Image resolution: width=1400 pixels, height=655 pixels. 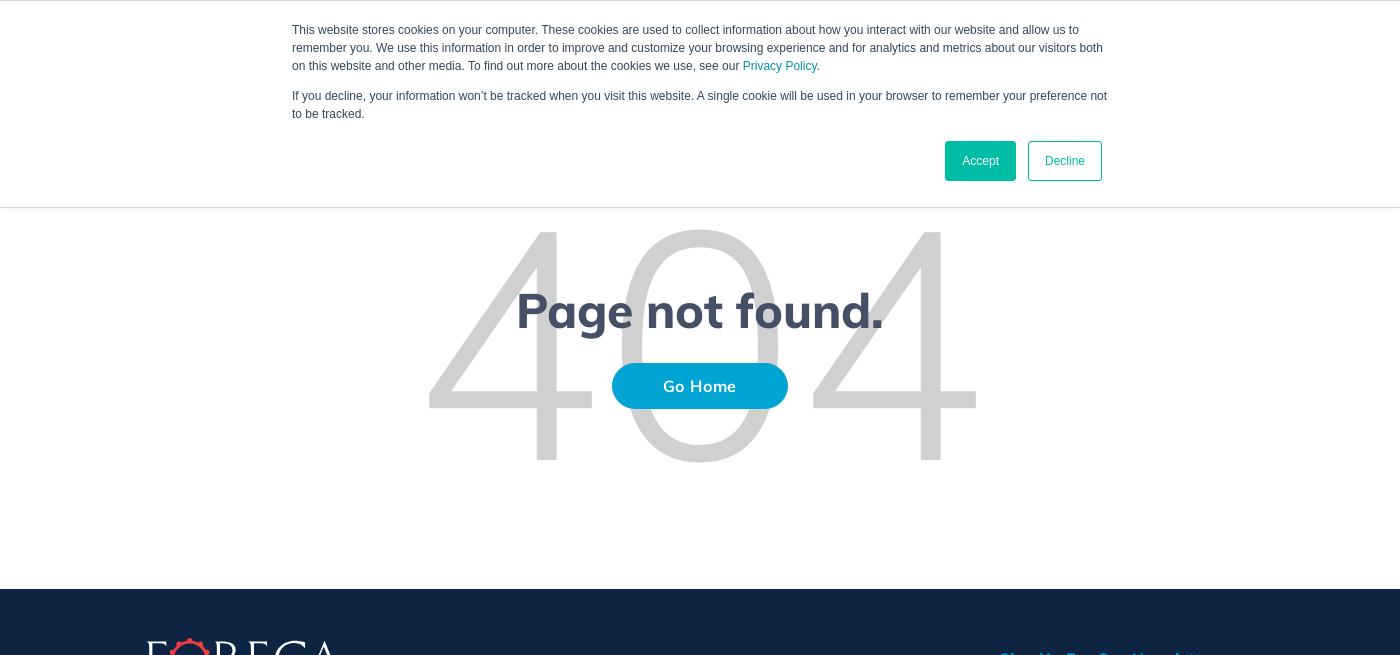 I want to click on 'Privacy Policy', so click(x=778, y=65).